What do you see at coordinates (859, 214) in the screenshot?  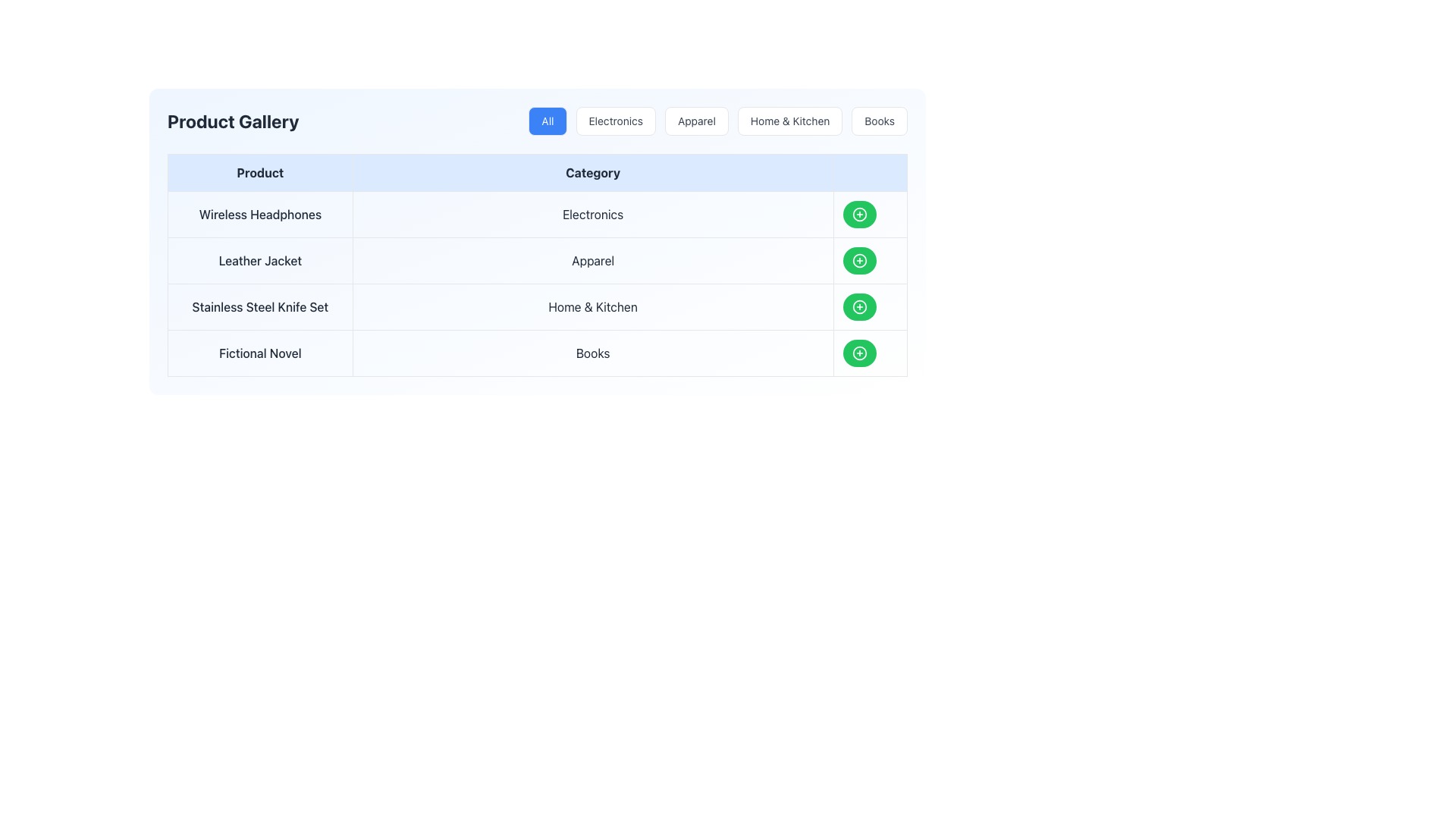 I see `the add button located under the 'Category' column adjacent to the 'Electronics' entry` at bounding box center [859, 214].